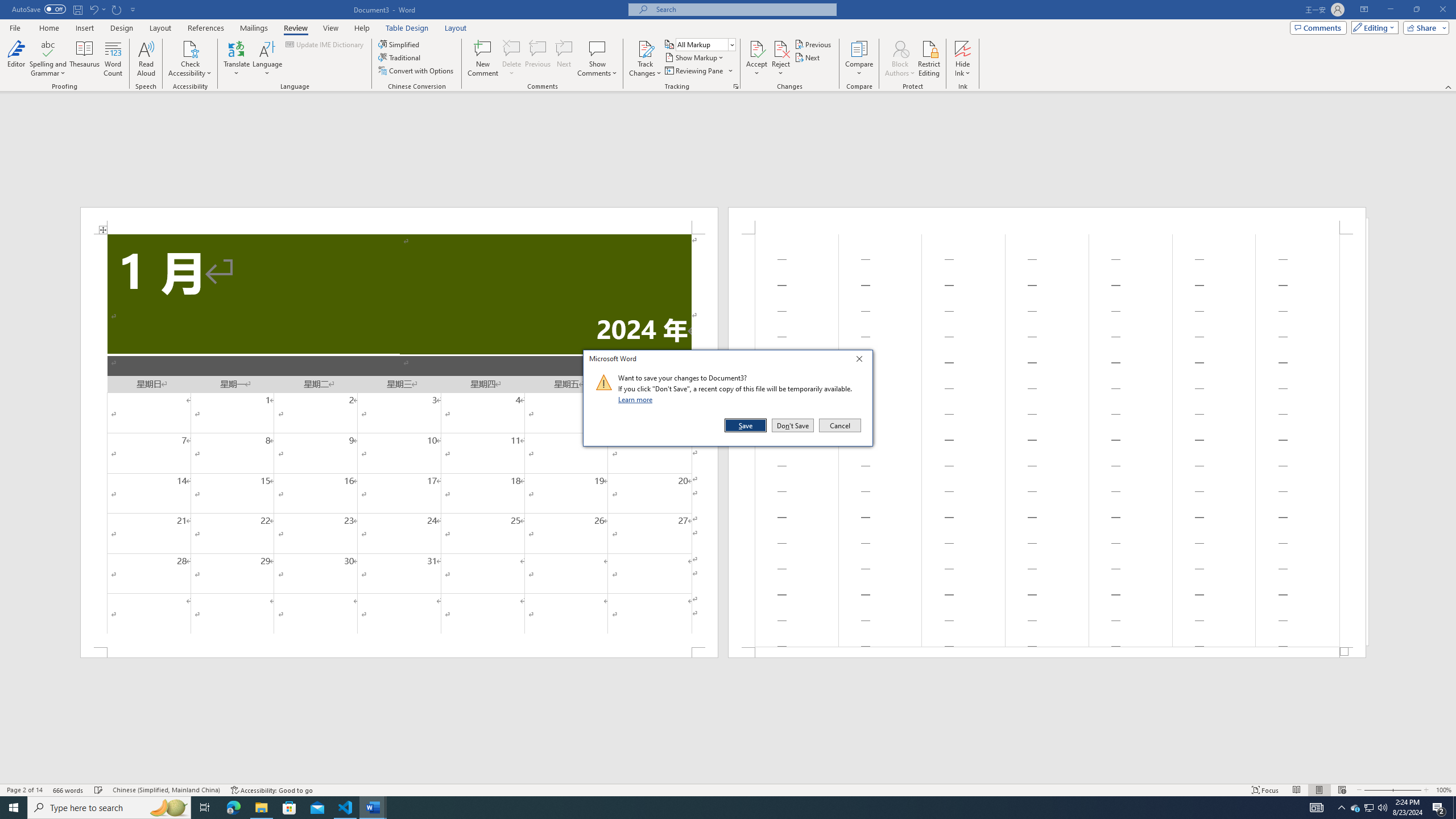  Describe the element at coordinates (93, 9) in the screenshot. I see `'Undo Apply Quick Style'` at that location.